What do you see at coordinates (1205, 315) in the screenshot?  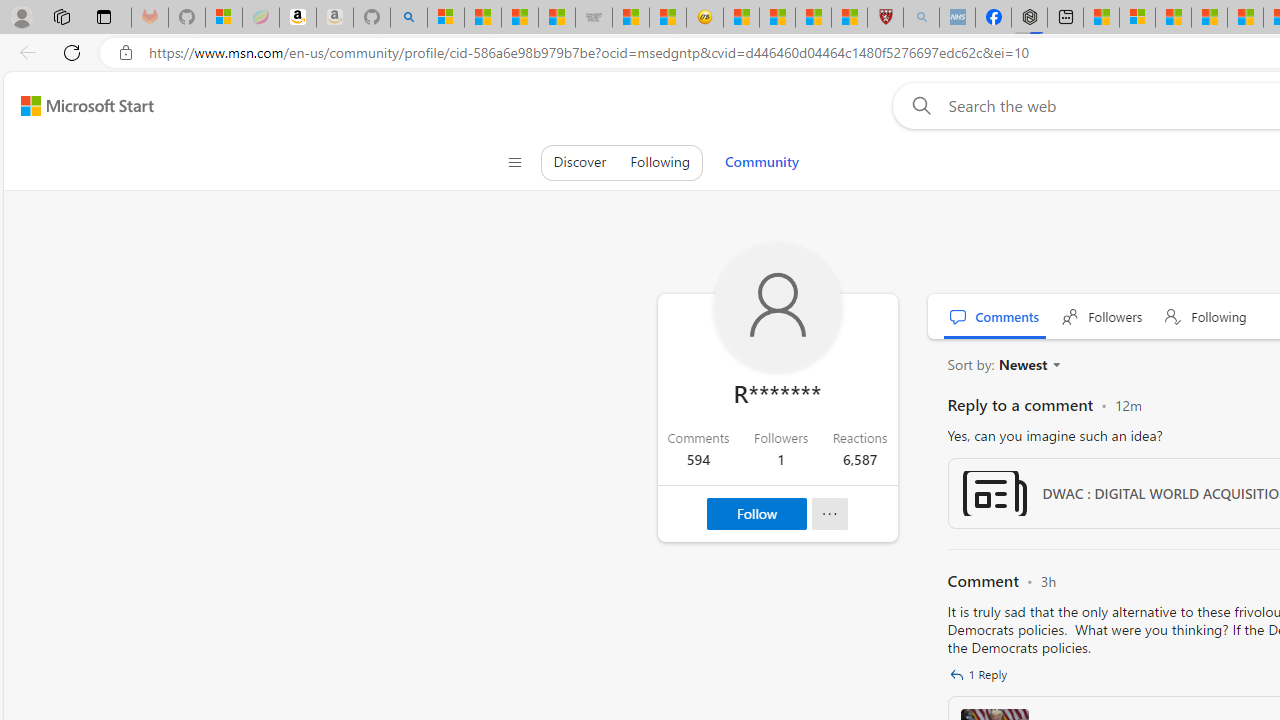 I see `' Following'` at bounding box center [1205, 315].